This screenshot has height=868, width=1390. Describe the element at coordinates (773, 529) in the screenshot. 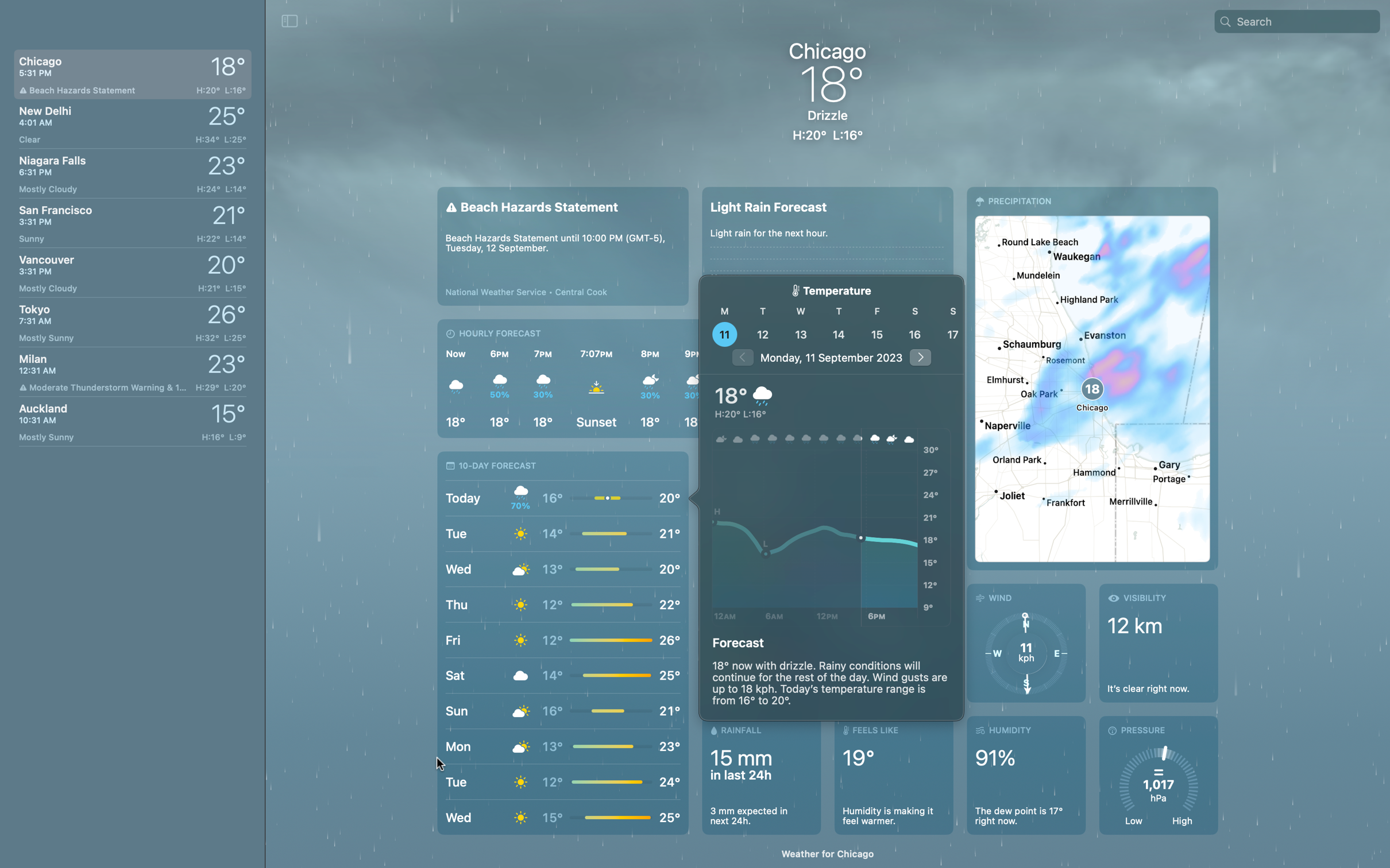

I see `Determine the weather at 6 o"clock in the morning` at that location.